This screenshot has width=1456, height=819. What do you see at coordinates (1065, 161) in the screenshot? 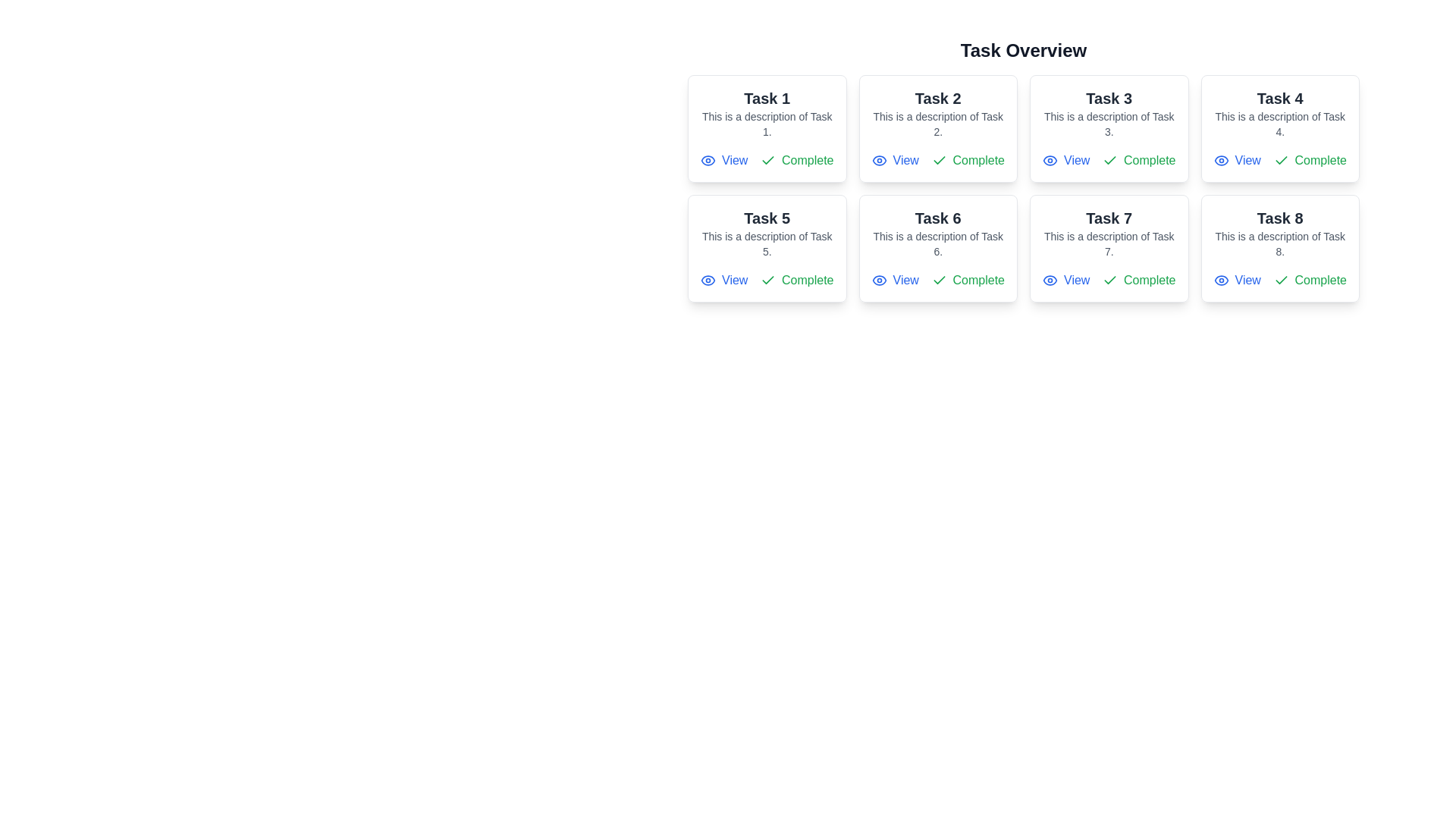
I see `the button that allows the user` at bounding box center [1065, 161].